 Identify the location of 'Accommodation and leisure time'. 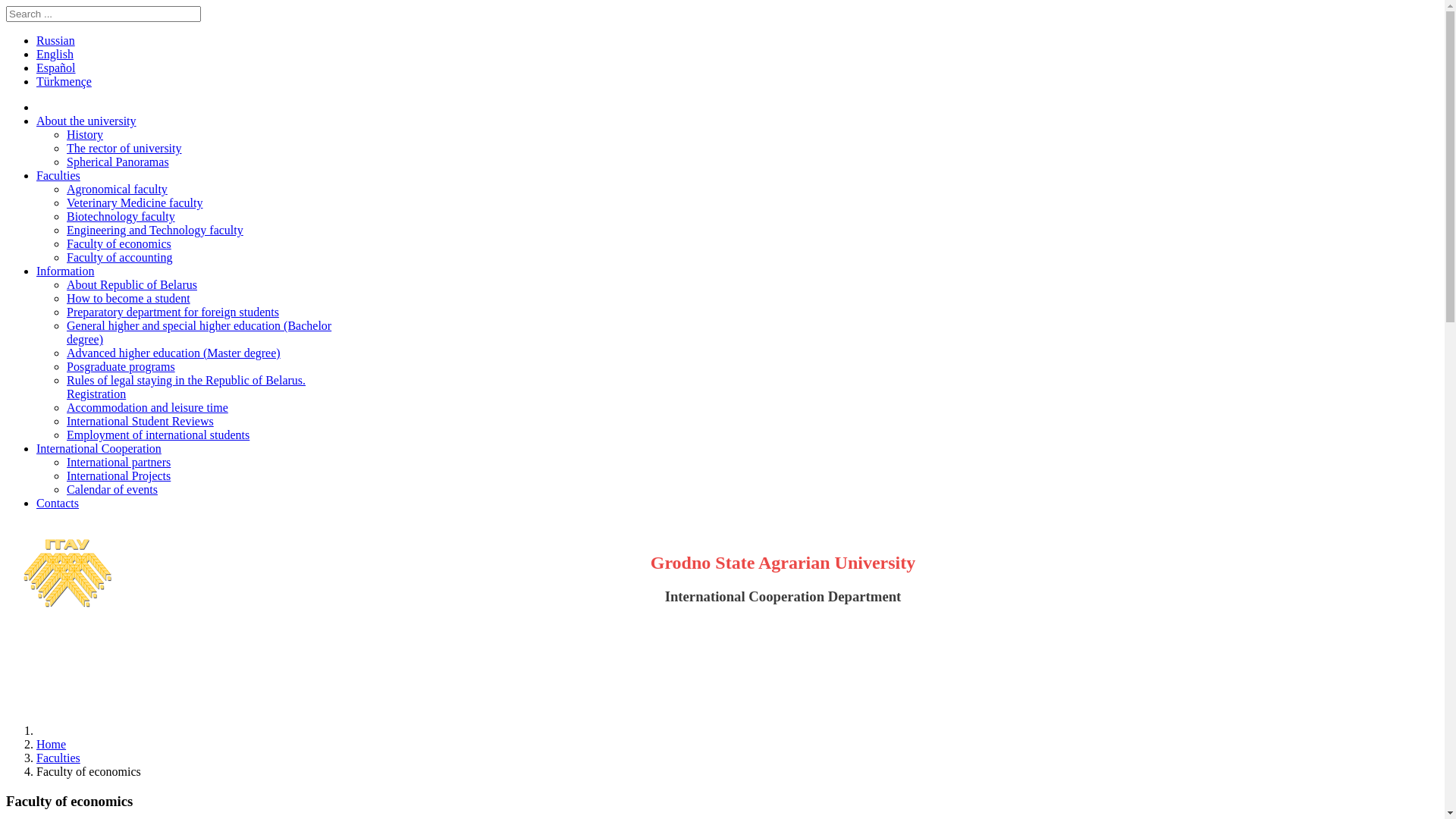
(147, 406).